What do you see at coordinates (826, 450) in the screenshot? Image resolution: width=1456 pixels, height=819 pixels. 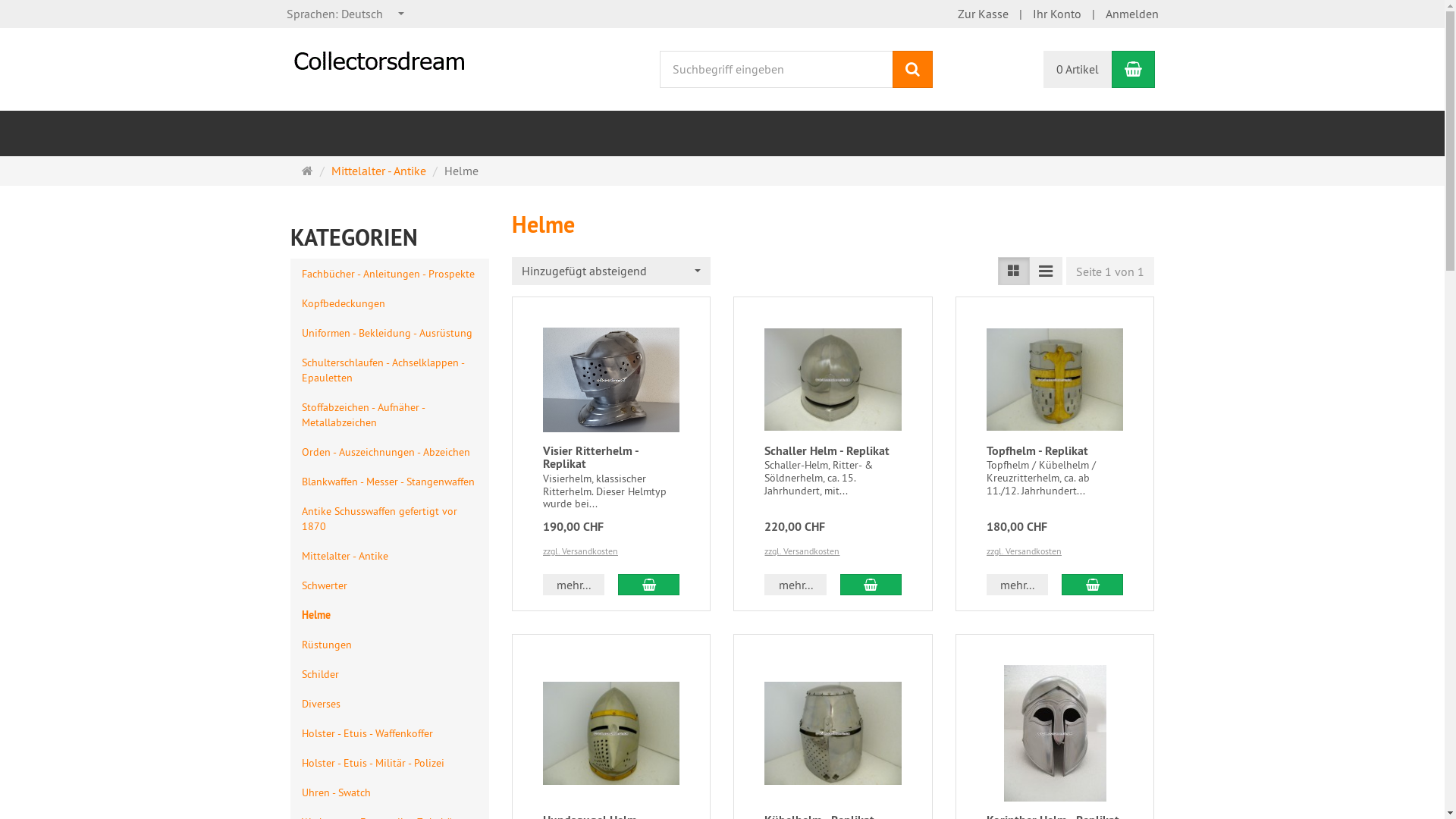 I see `'Schaller Helm - Replikat'` at bounding box center [826, 450].